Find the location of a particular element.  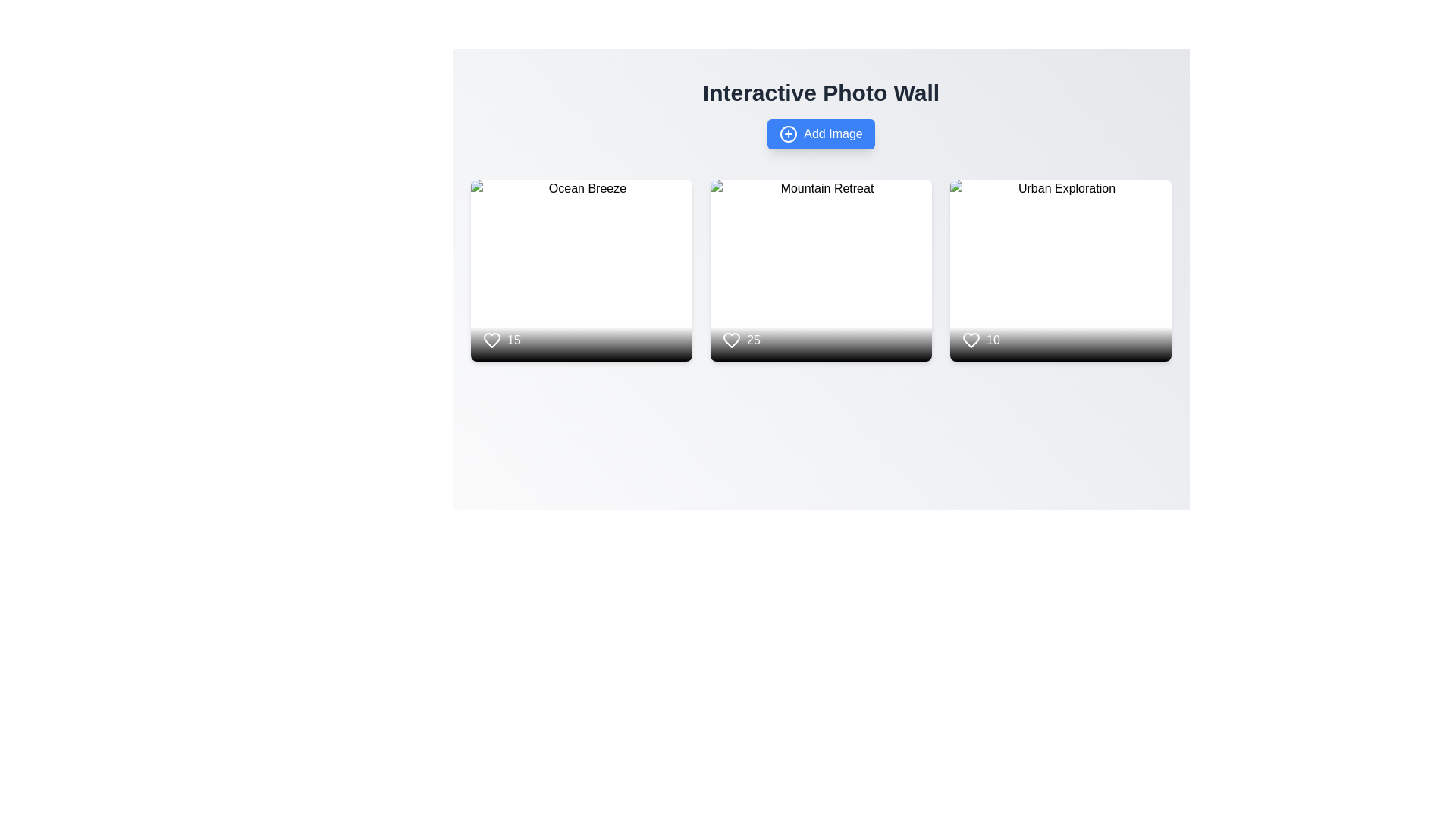

the 'like' icon located in the bottom-right corner of the 'Urban Exploration' panel, next to the numeric label '10' is located at coordinates (971, 339).